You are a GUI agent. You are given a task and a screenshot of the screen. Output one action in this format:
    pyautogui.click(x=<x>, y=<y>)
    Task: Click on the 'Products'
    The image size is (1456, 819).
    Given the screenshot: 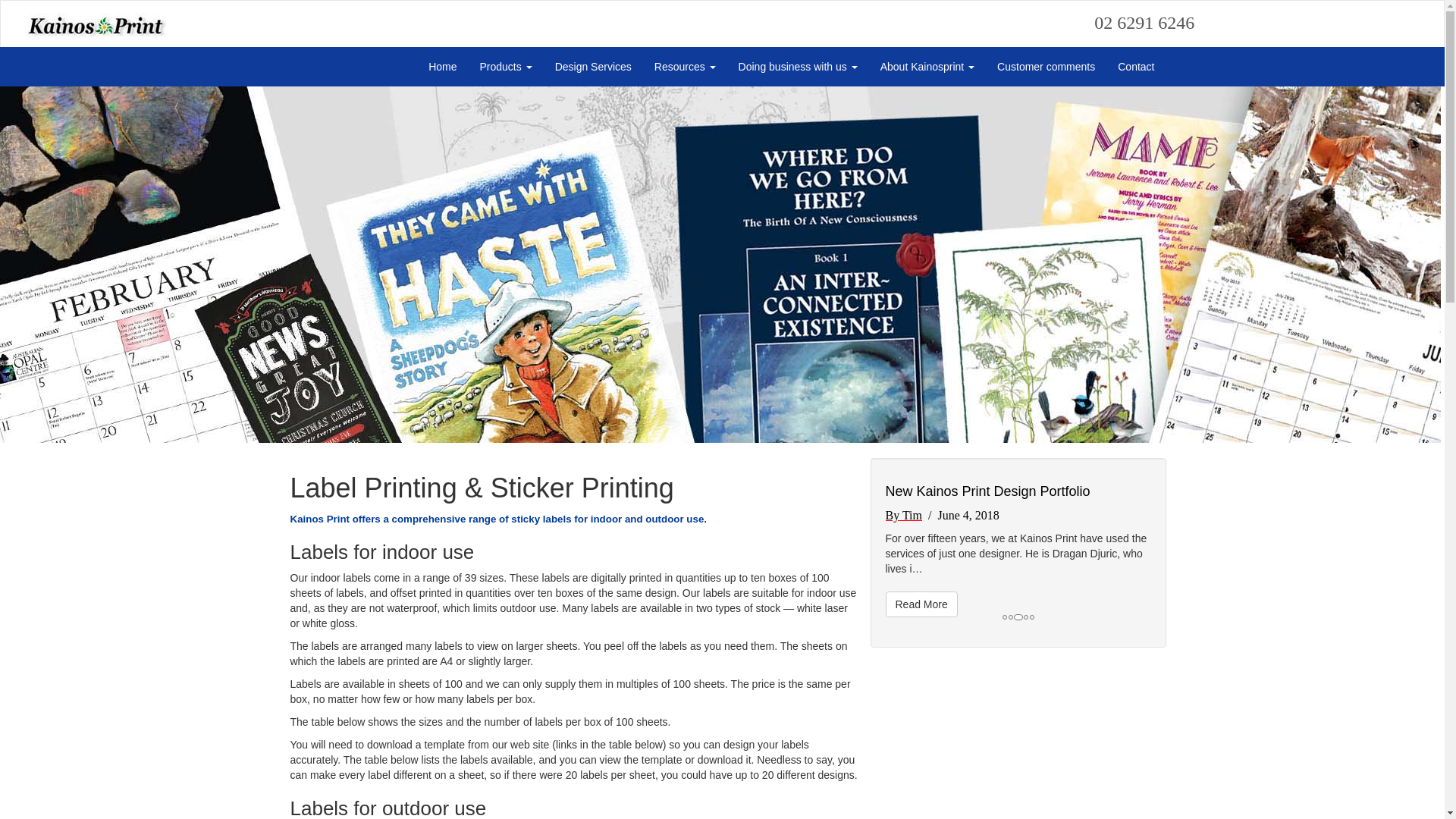 What is the action you would take?
    pyautogui.click(x=506, y=66)
    